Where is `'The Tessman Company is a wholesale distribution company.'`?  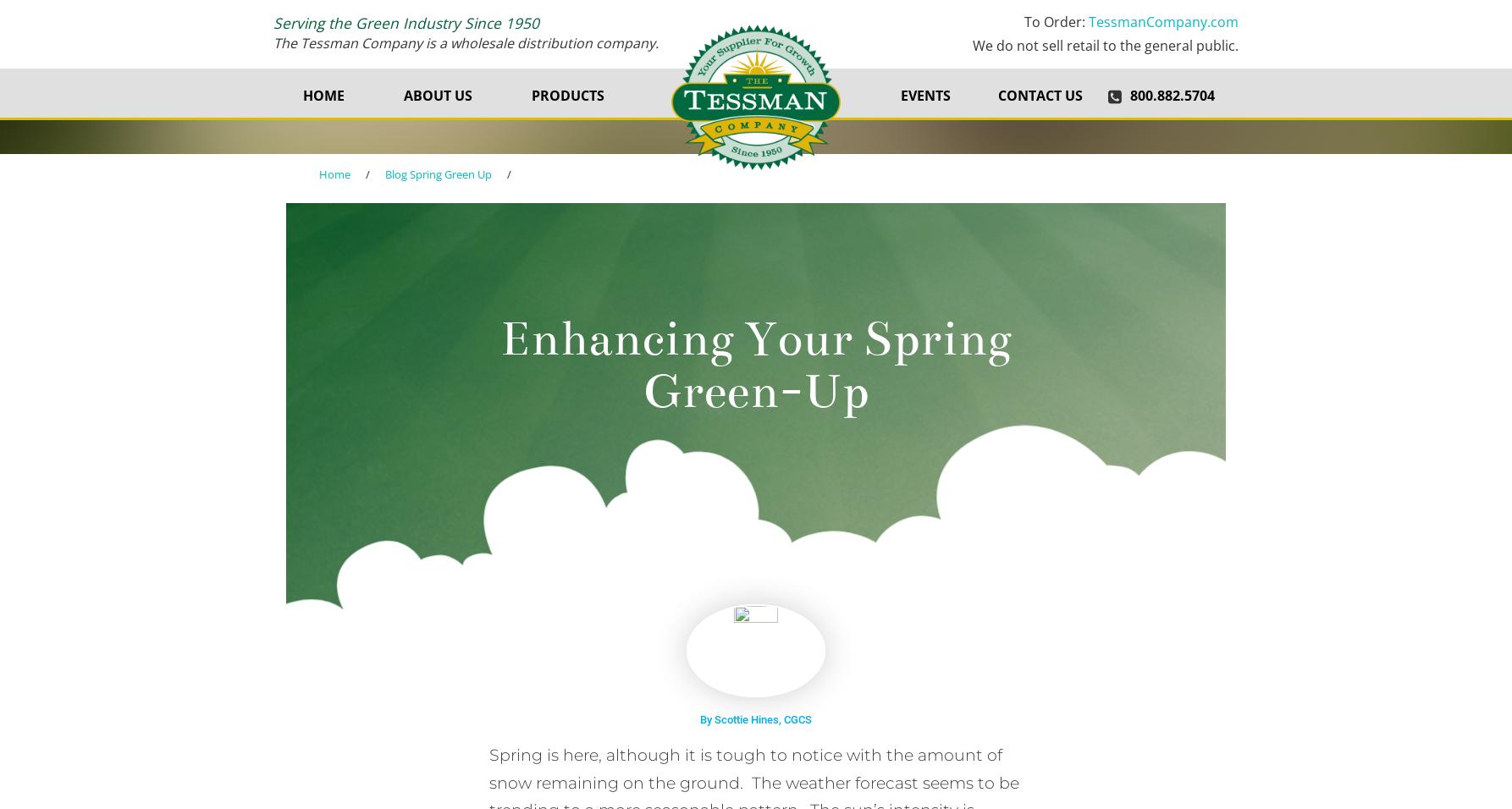
'The Tessman Company is a wholesale distribution company.' is located at coordinates (273, 41).